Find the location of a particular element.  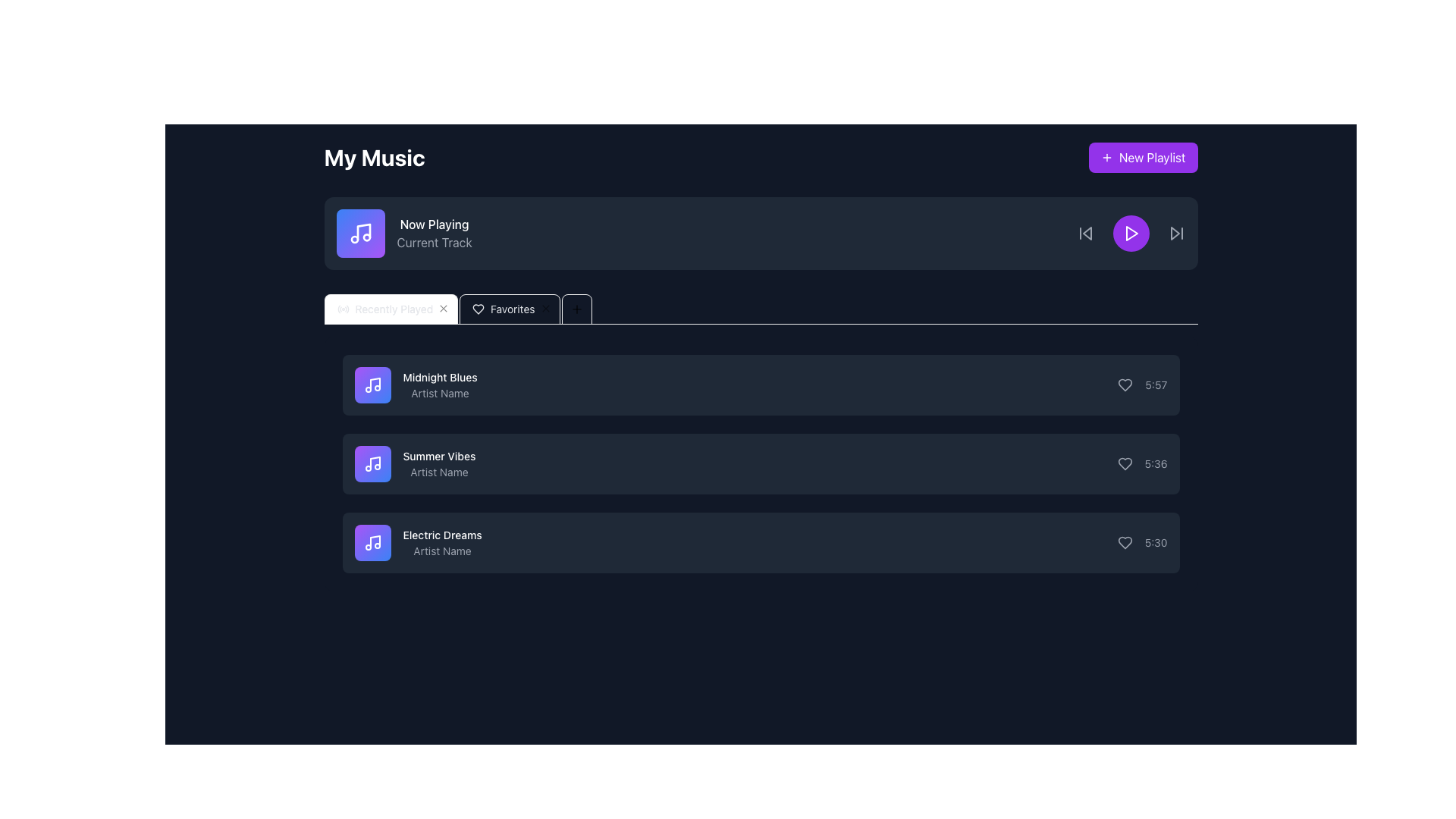

the forward-skip icon button is located at coordinates (1175, 234).